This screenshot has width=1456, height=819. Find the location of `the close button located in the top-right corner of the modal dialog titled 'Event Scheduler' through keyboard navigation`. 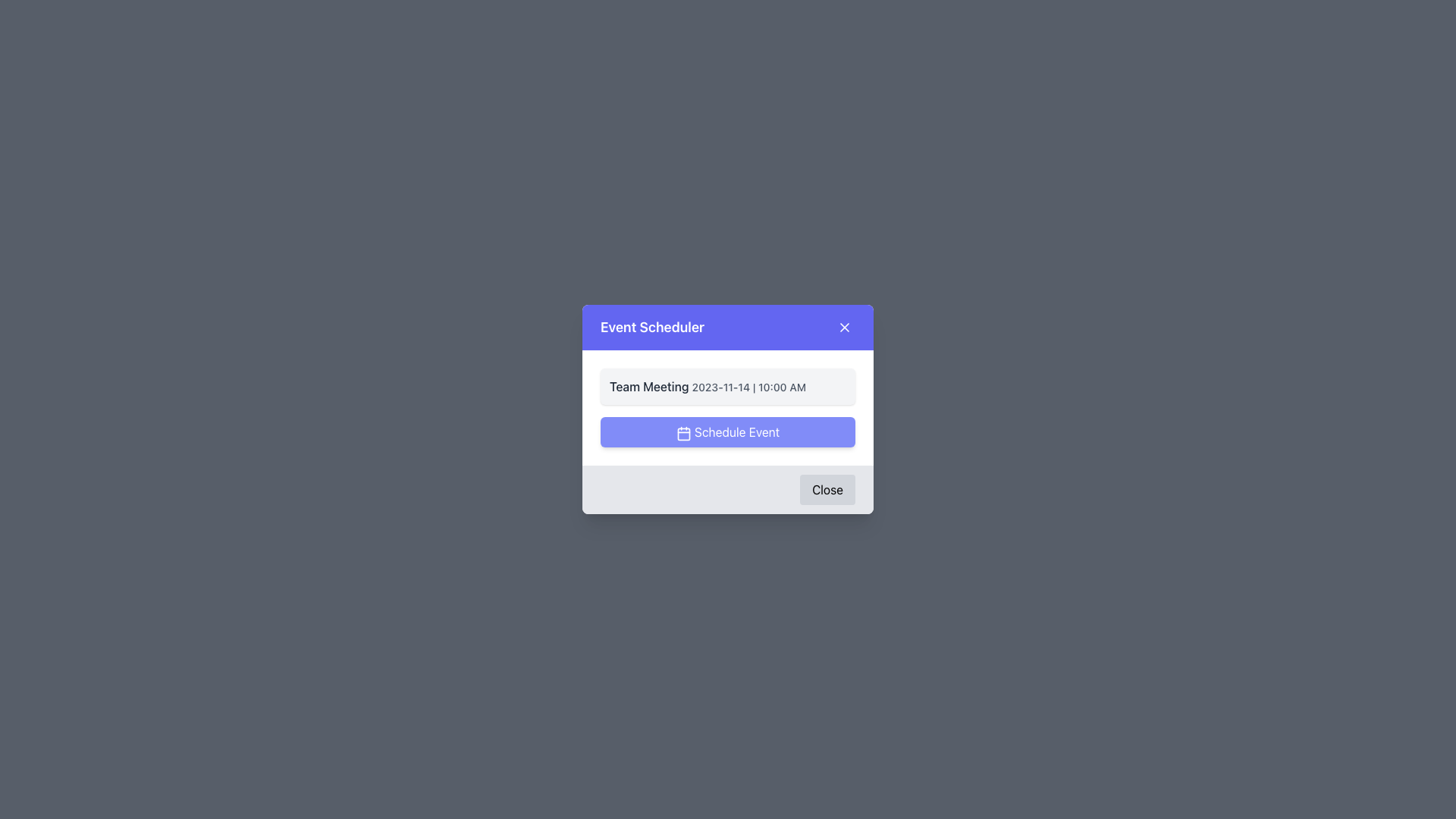

the close button located in the top-right corner of the modal dialog titled 'Event Scheduler' through keyboard navigation is located at coordinates (843, 327).